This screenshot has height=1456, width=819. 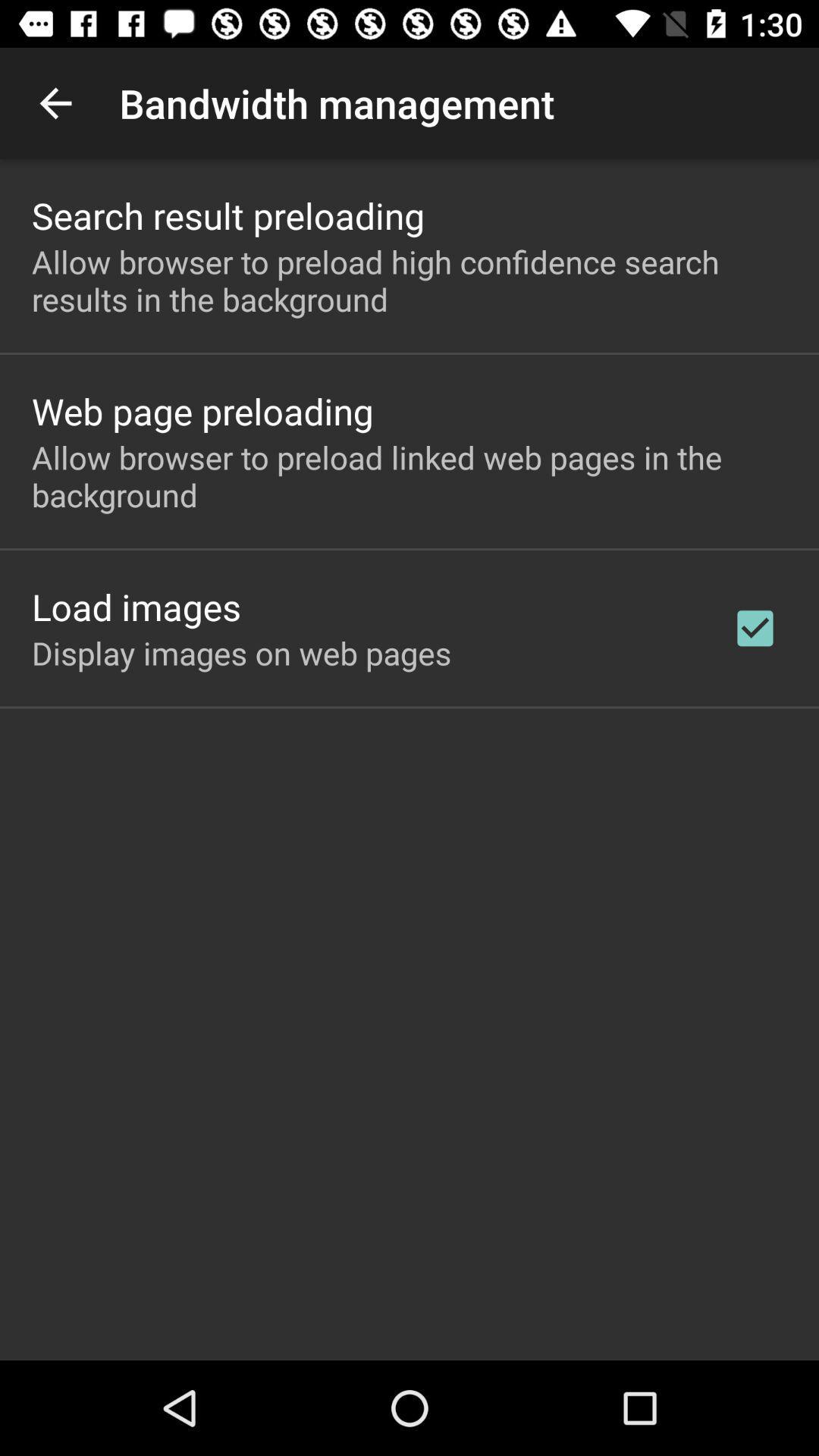 I want to click on web page preloading app, so click(x=202, y=411).